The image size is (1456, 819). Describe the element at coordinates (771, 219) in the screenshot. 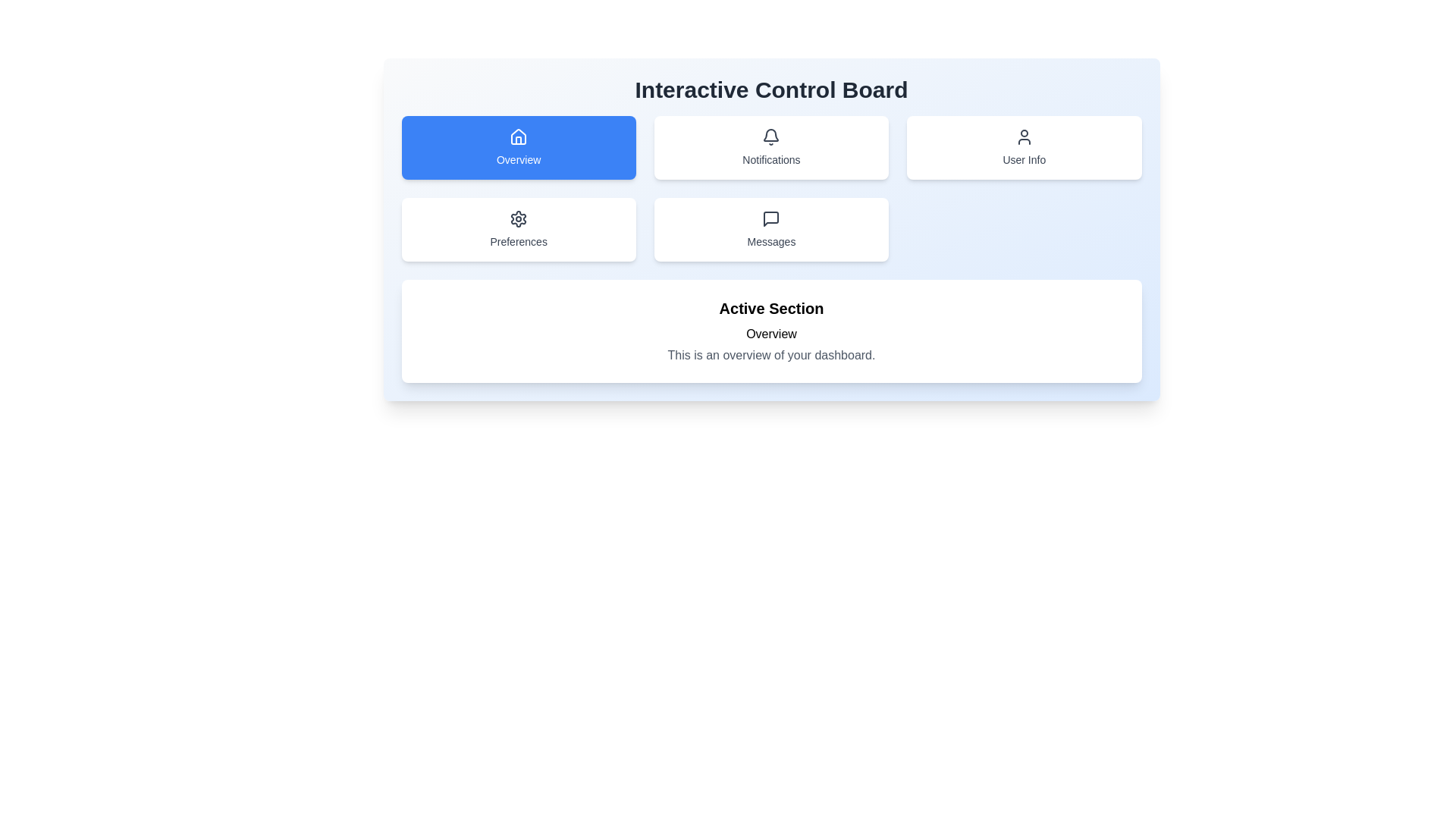

I see `the speech bubble icon in the 'Messages' section of the user dashboard, which is an outline icon with a tail pointing downwards to the left` at that location.